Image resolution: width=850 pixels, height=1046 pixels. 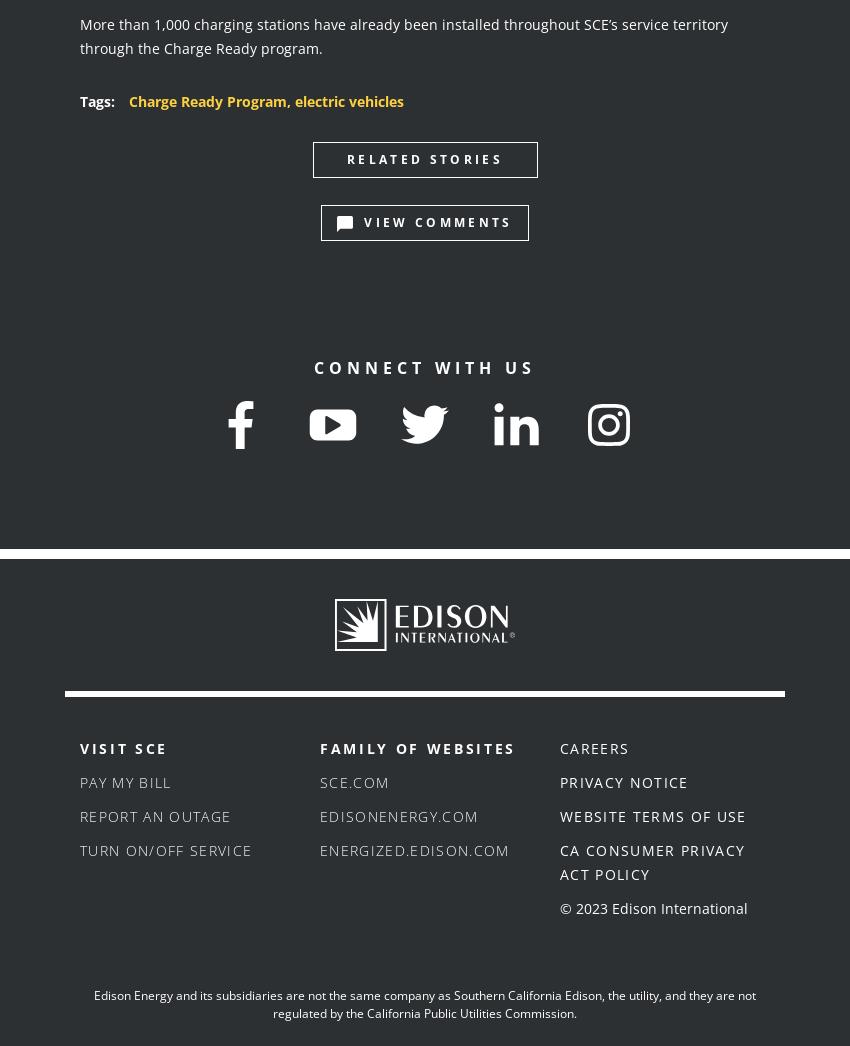 I want to click on 'Family of Websites', so click(x=418, y=747).